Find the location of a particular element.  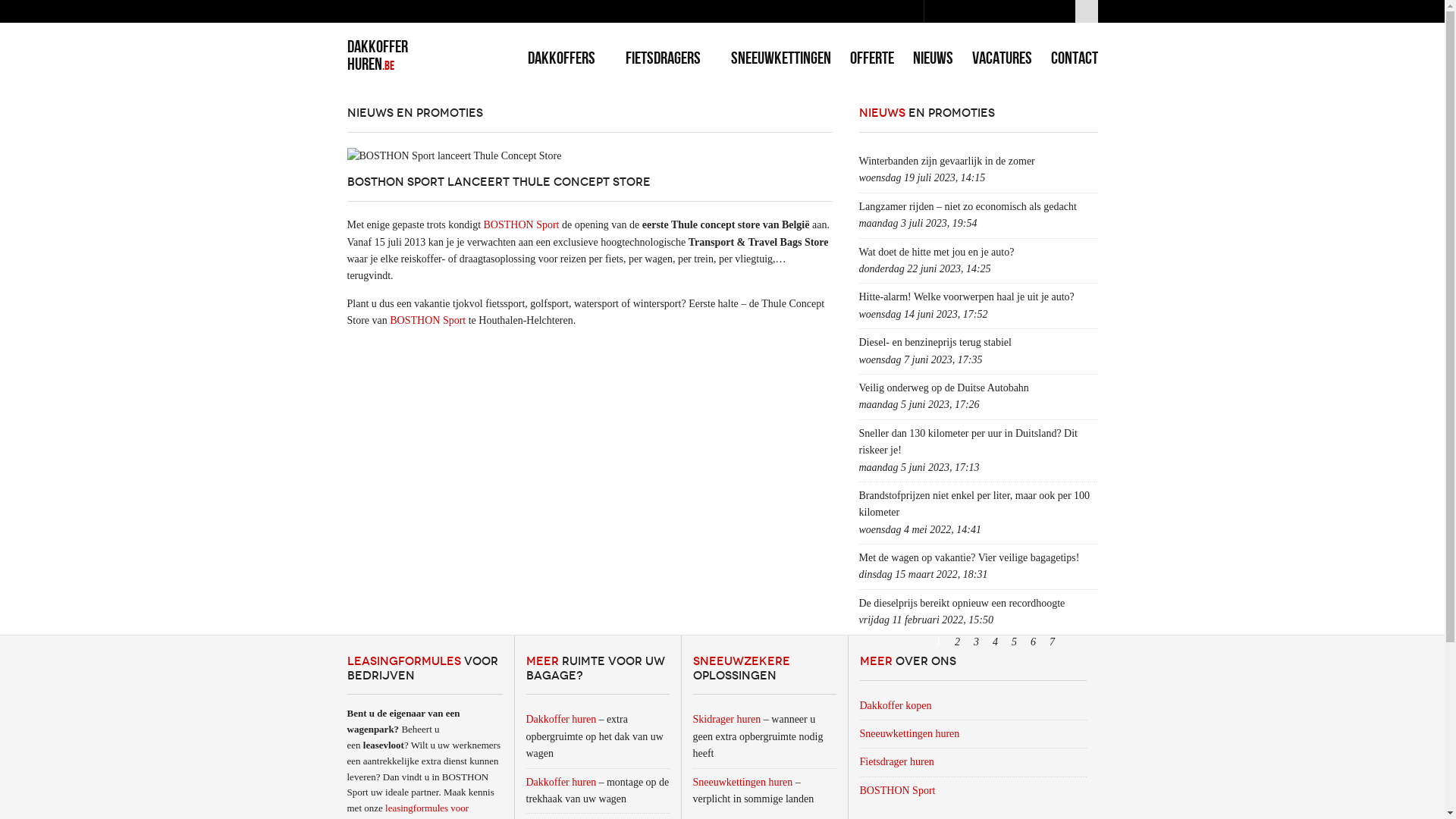

'SNEEUWKETTINGEN' is located at coordinates (781, 57).